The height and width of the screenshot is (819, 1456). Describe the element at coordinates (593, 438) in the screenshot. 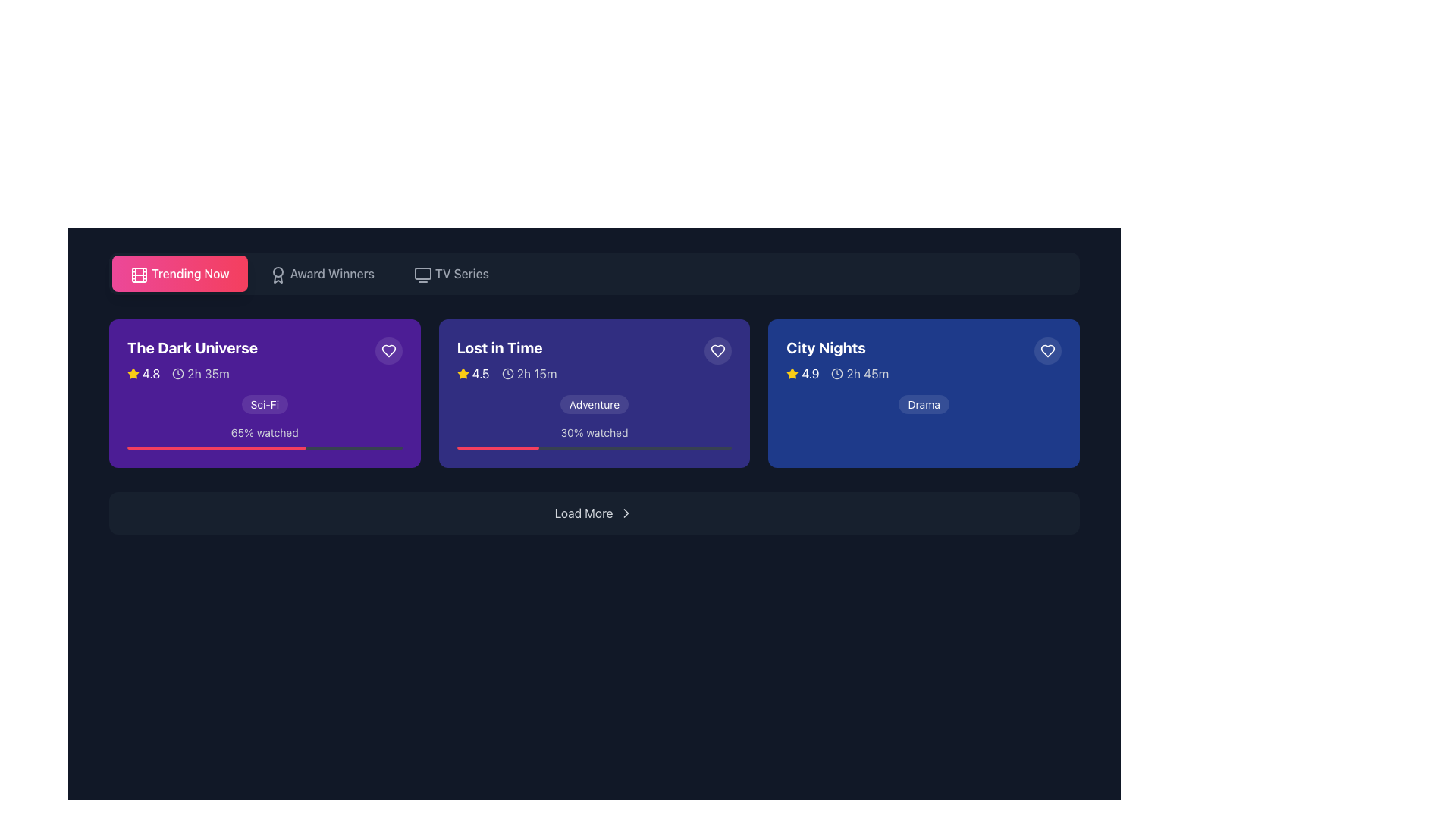

I see `information displayed in the text element that shows '30% watched' located at the bottom of the 'Lost in Time' card, above the progress bar` at that location.